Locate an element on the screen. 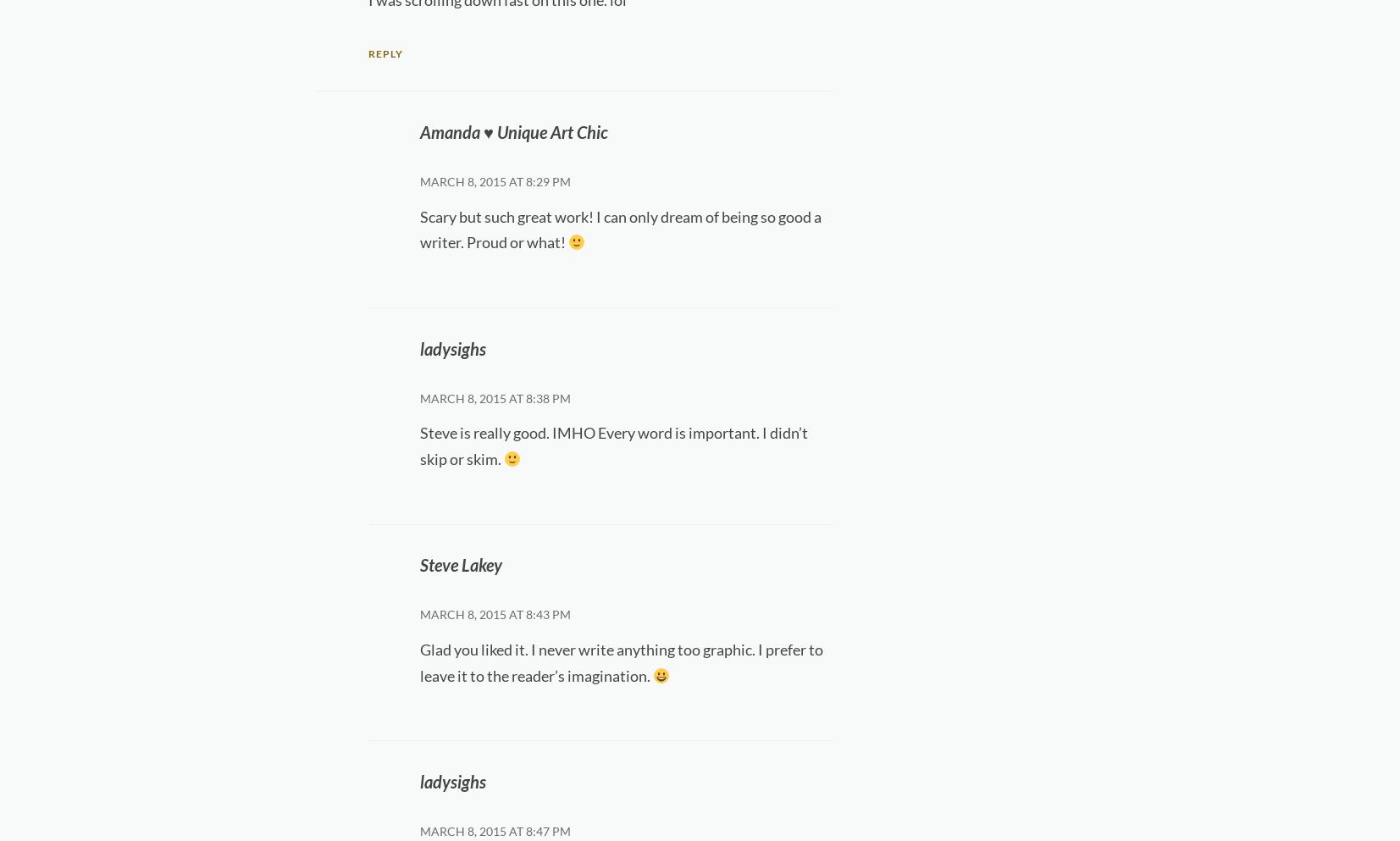 The width and height of the screenshot is (1400, 841). 'Glad you liked it. I never write anything too graphic. I prefer to leave it to the reader’s imagination.' is located at coordinates (620, 661).